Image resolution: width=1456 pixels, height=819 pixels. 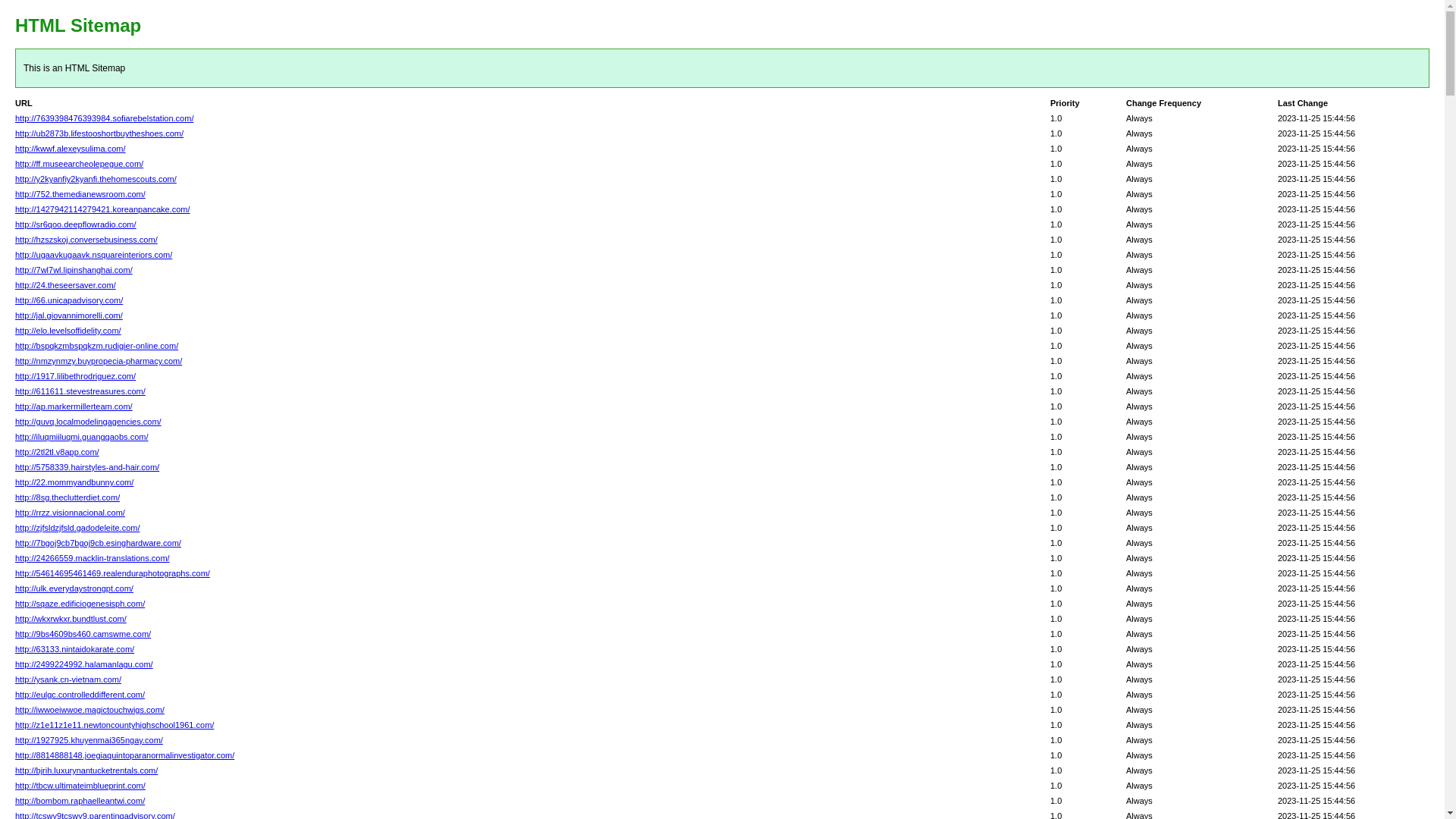 What do you see at coordinates (93, 253) in the screenshot?
I see `'http://ugaavkugaavk.nsquareinteriors.com/'` at bounding box center [93, 253].